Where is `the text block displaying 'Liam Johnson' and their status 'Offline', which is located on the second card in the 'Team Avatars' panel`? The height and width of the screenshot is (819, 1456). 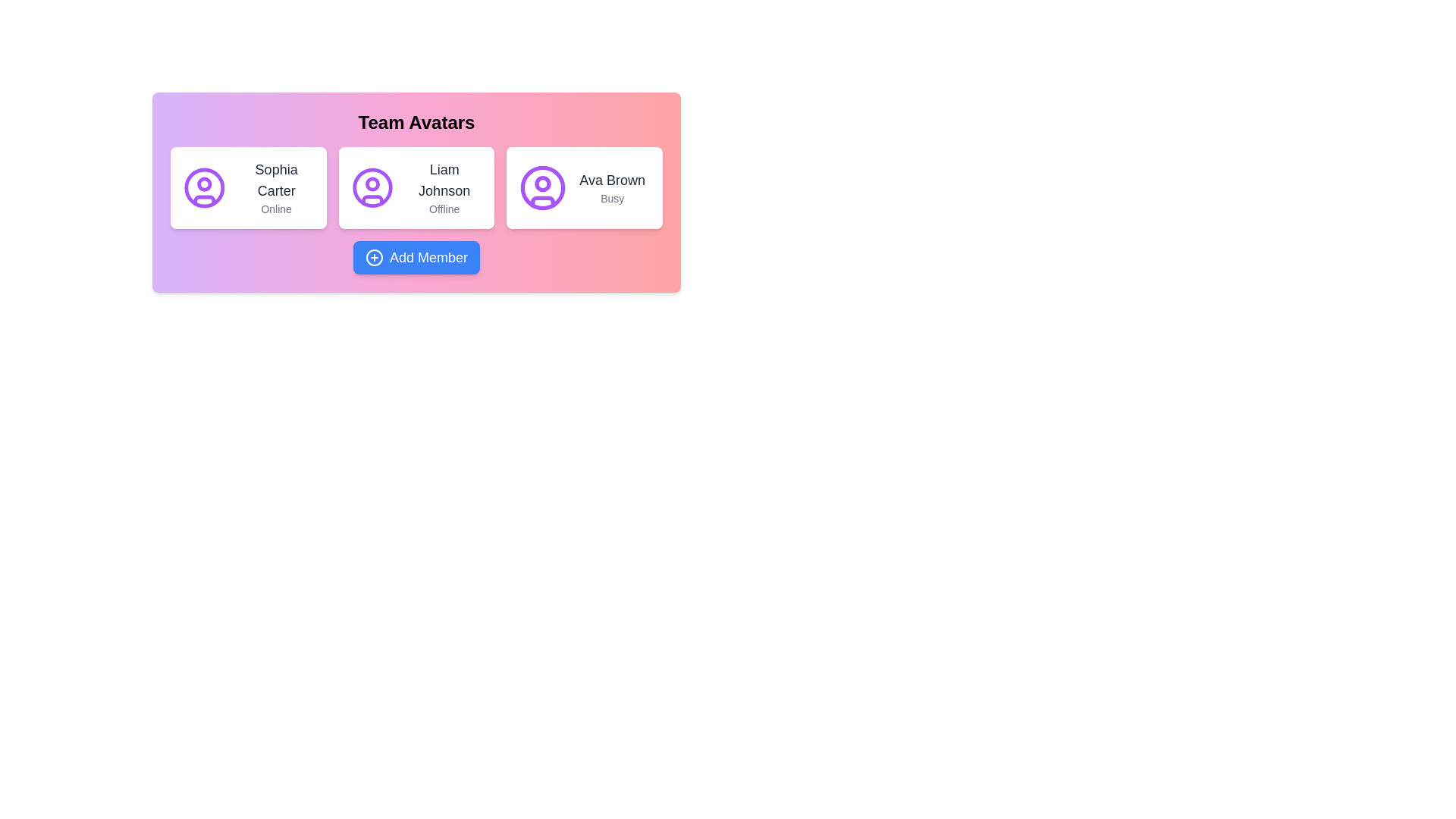 the text block displaying 'Liam Johnson' and their status 'Offline', which is located on the second card in the 'Team Avatars' panel is located at coordinates (444, 187).